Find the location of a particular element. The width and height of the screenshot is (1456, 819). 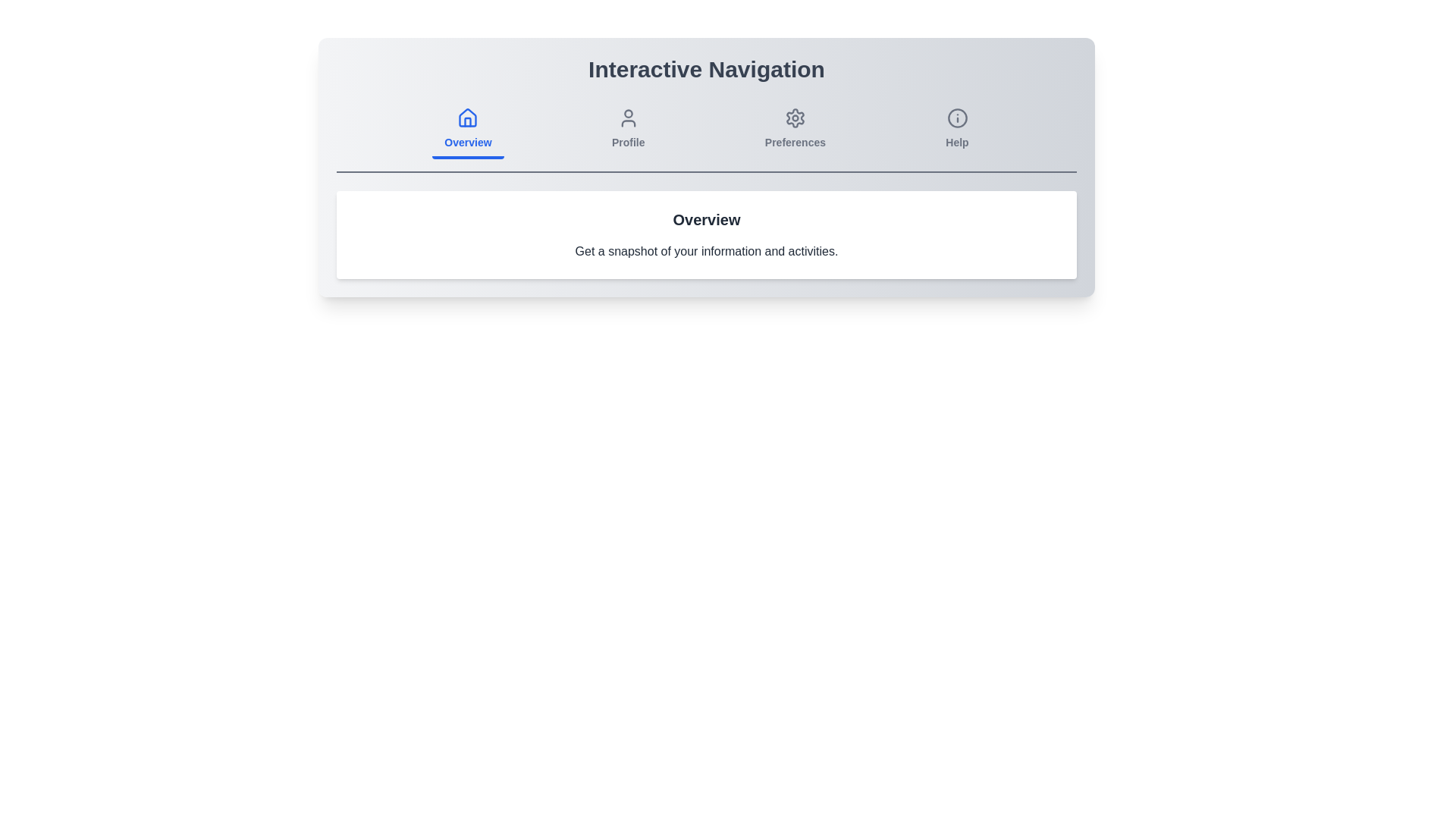

the tab labeled Help is located at coordinates (956, 130).